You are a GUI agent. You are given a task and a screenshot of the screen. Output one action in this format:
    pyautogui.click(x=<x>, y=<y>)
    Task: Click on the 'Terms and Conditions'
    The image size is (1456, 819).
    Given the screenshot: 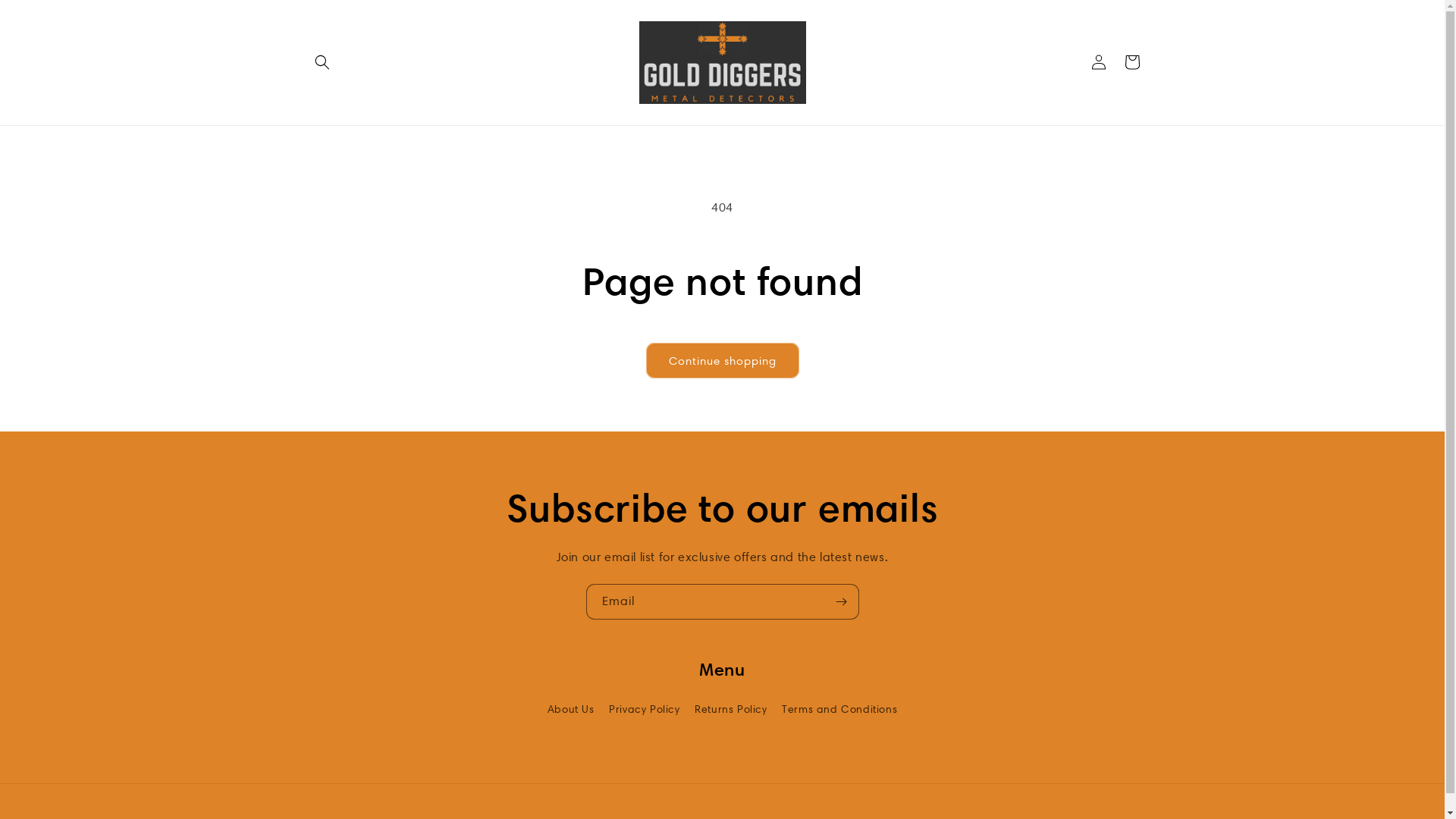 What is the action you would take?
    pyautogui.click(x=839, y=709)
    